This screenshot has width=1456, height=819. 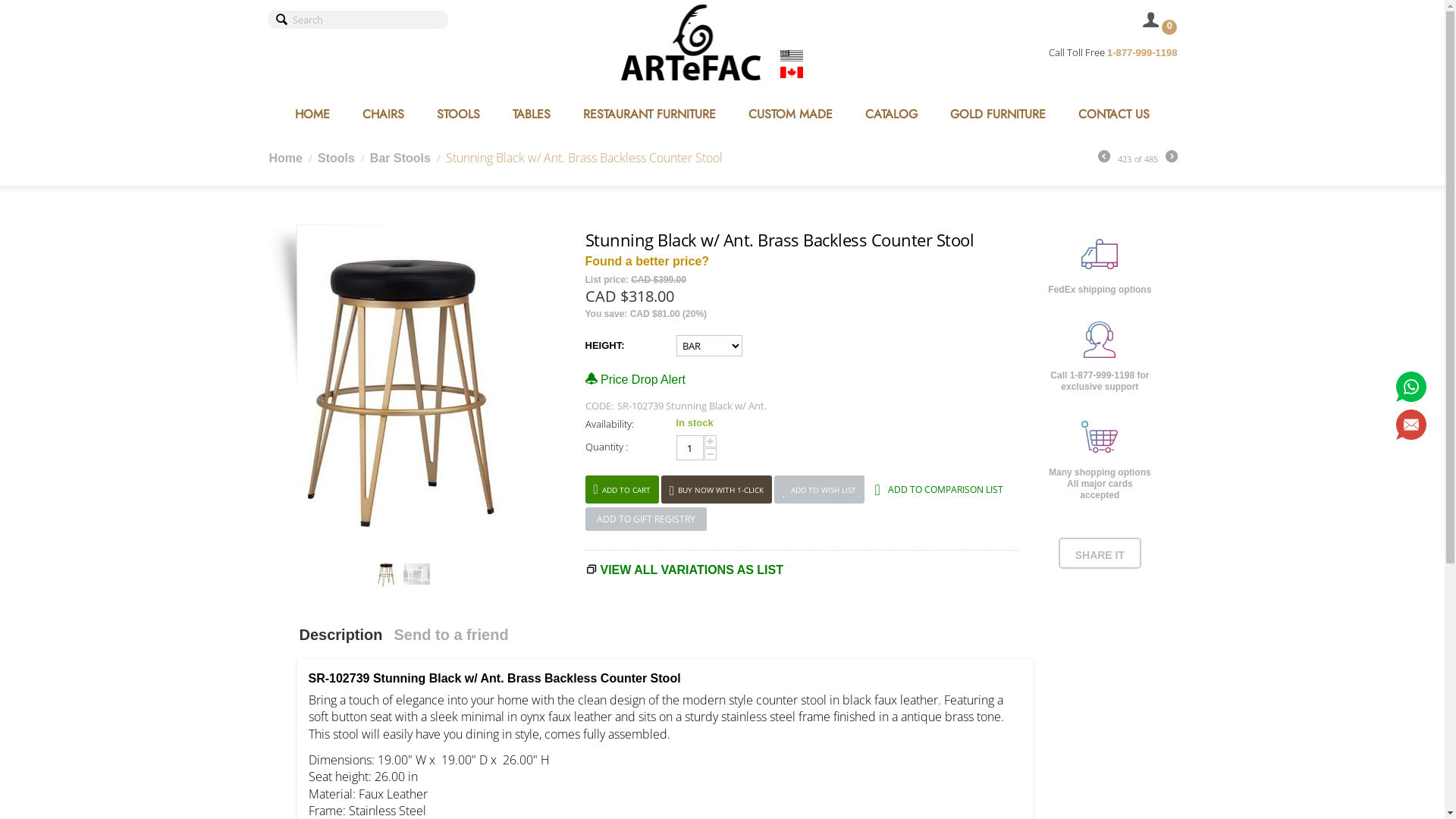 I want to click on 'CATALOG', so click(x=891, y=113).